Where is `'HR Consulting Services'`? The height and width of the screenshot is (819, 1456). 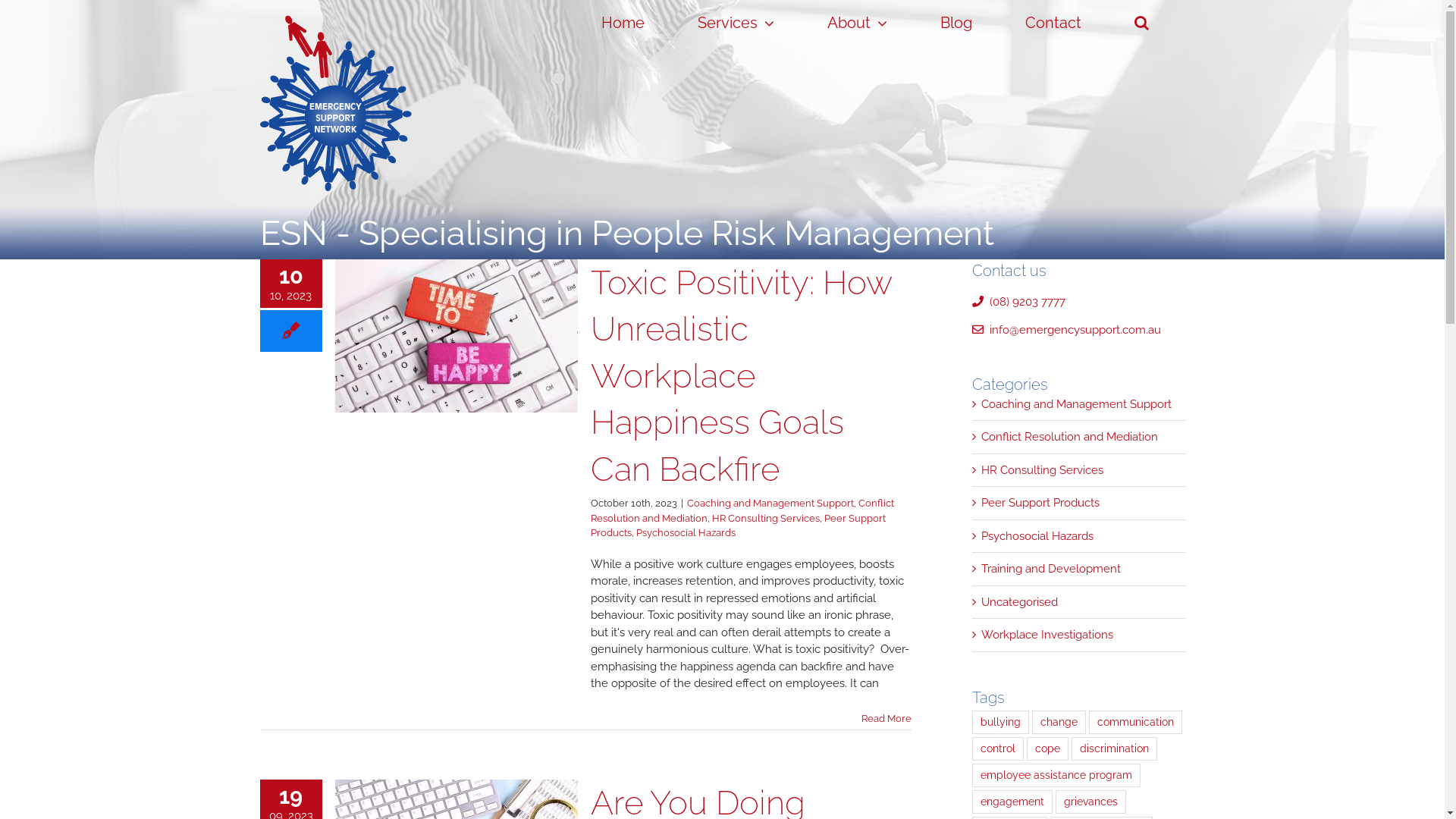 'HR Consulting Services' is located at coordinates (1078, 469).